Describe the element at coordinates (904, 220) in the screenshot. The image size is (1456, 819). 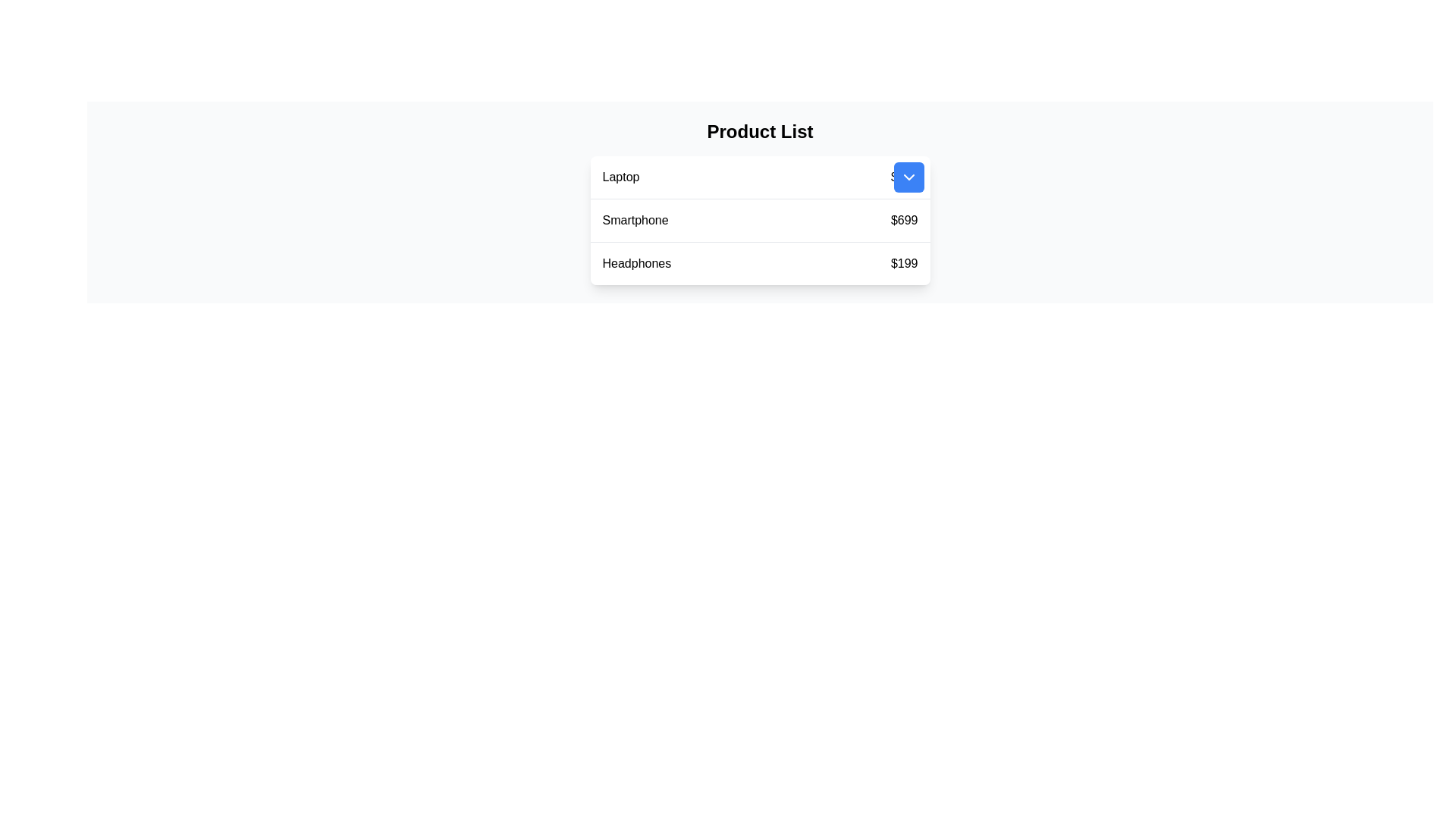
I see `price value displayed as '$699', which is a text label styled in a default sans-serif font, located in the second row of the product list interface next to 'Smartphone'` at that location.